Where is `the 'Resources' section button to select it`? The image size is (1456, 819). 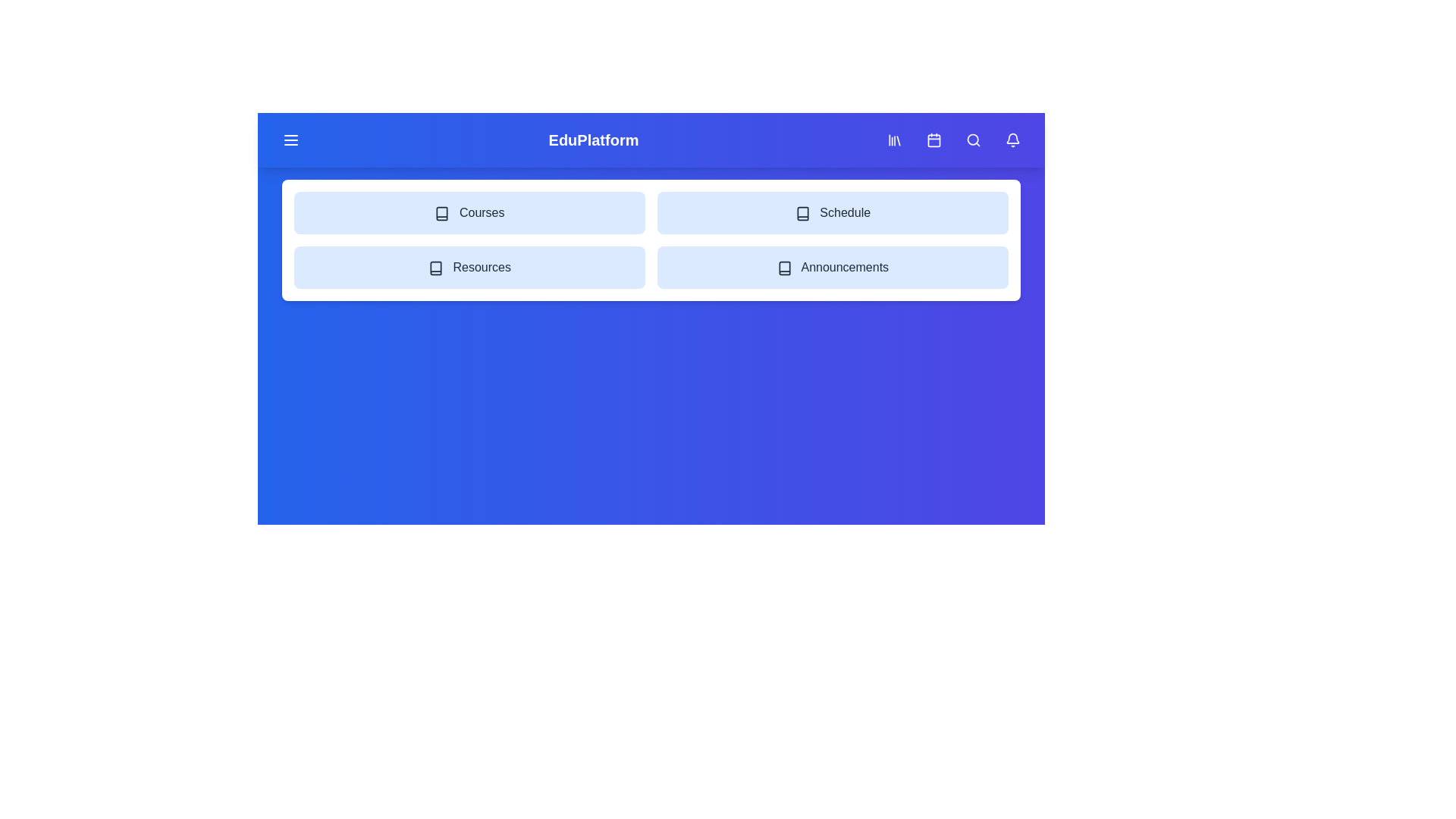
the 'Resources' section button to select it is located at coordinates (469, 267).